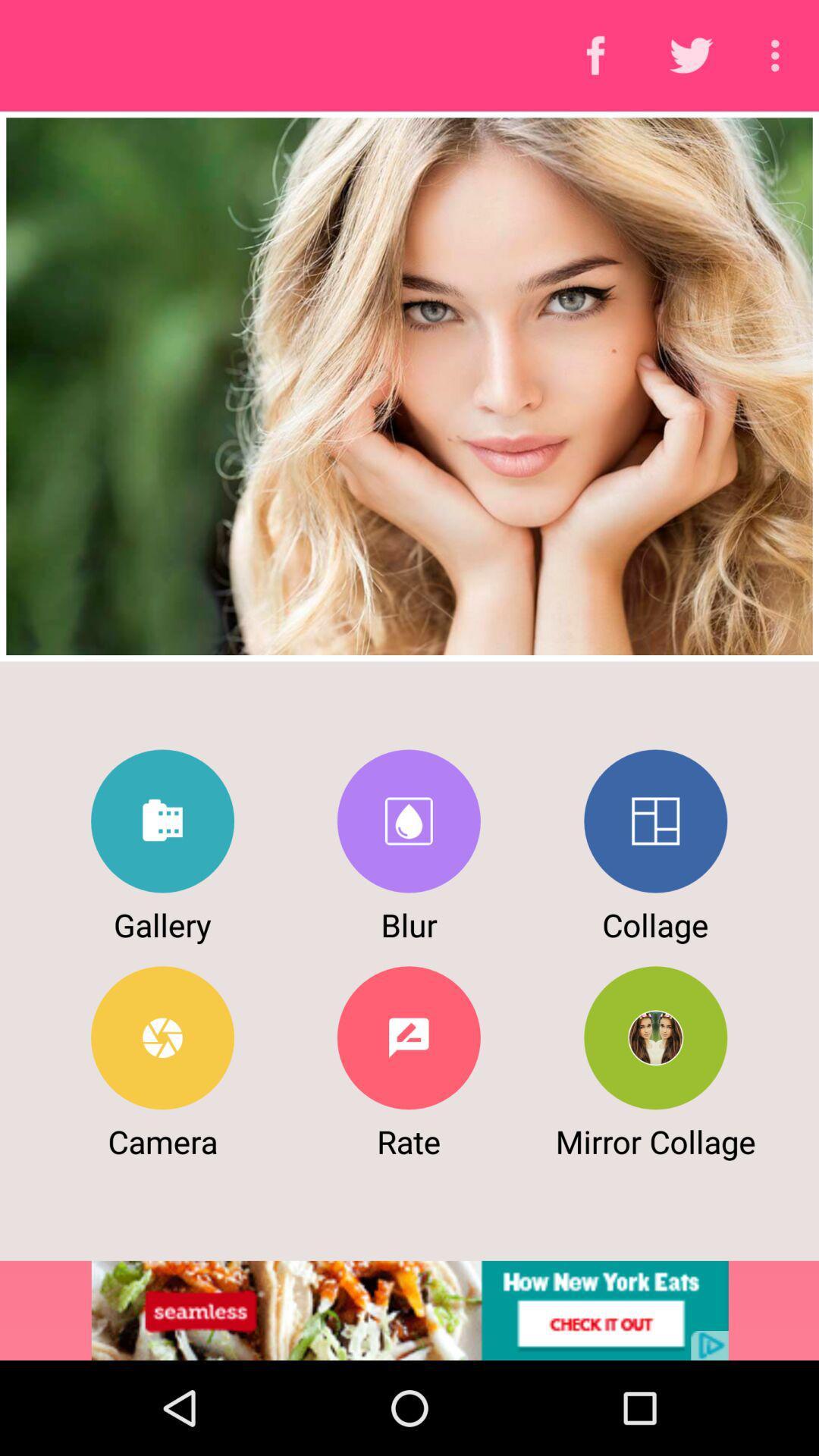 The image size is (819, 1456). Describe the element at coordinates (162, 821) in the screenshot. I see `gallery` at that location.